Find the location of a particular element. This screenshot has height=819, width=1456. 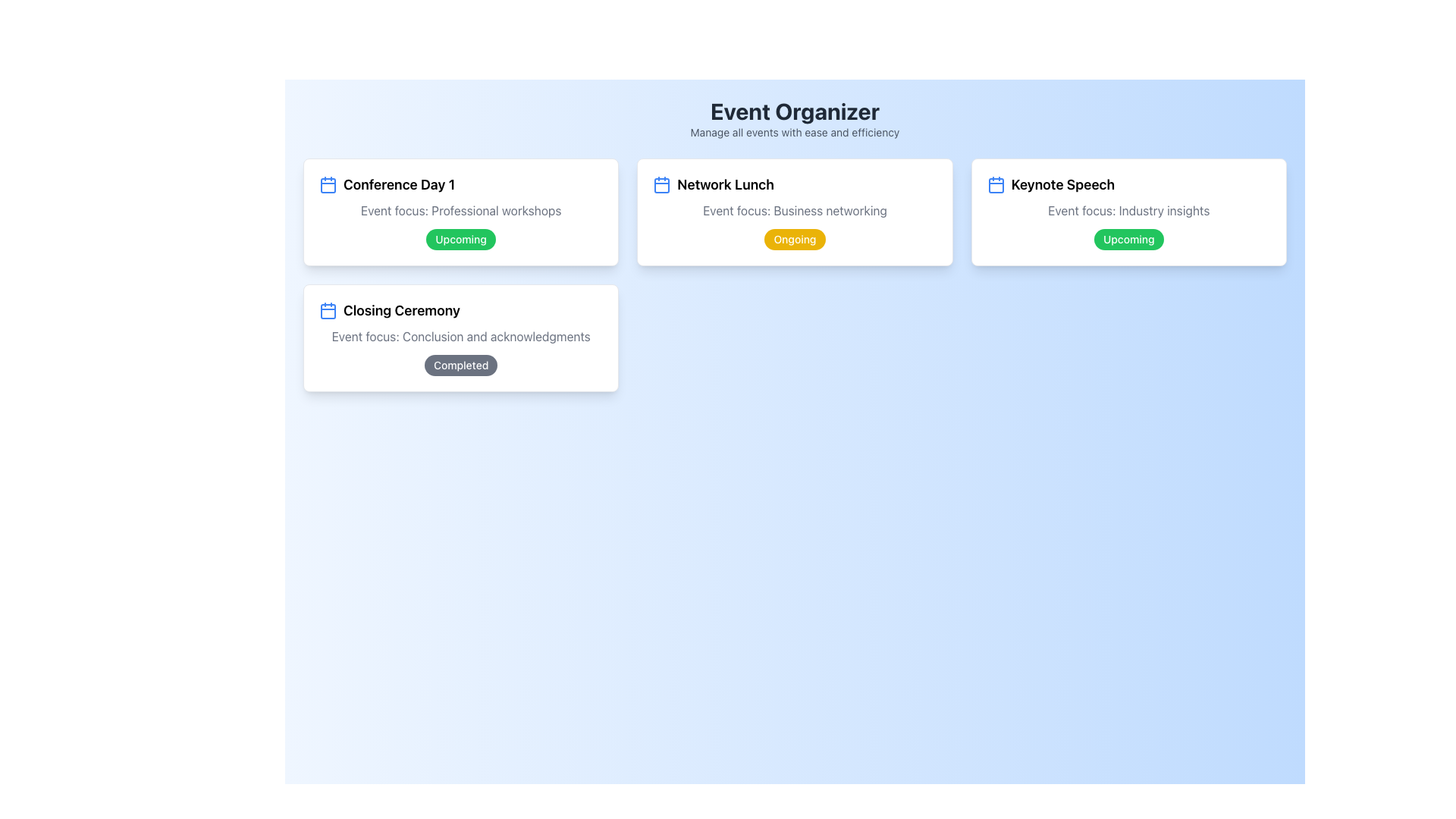

the text label displaying 'Keynote Speech', which is bold and located under a calendar icon, in the third column of the grid layout is located at coordinates (1062, 184).